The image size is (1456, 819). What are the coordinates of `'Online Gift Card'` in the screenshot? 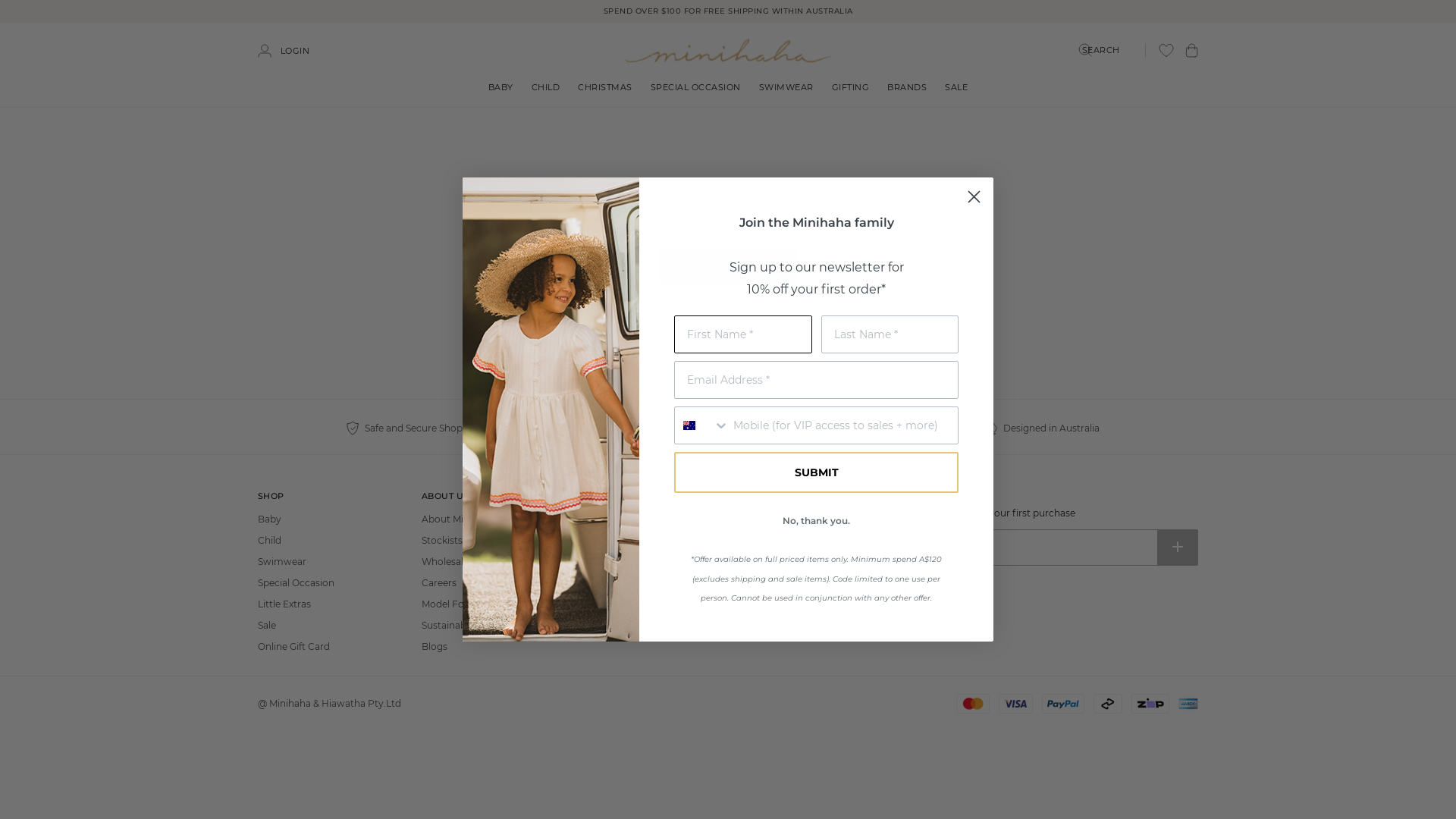 It's located at (293, 646).